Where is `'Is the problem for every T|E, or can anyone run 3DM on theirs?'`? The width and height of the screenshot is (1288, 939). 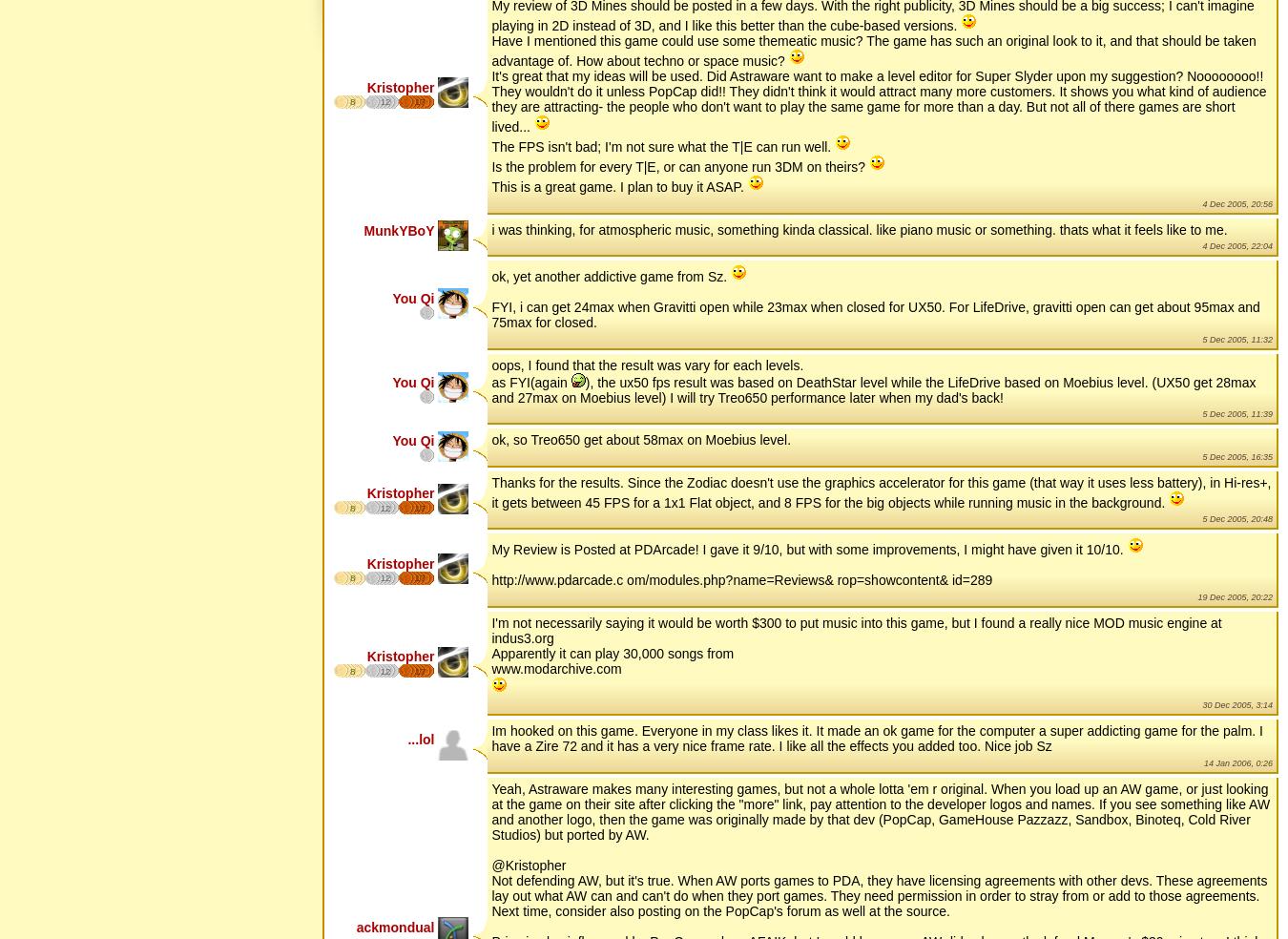
'Is the problem for every T|E, or can anyone run 3DM on theirs?' is located at coordinates (678, 166).